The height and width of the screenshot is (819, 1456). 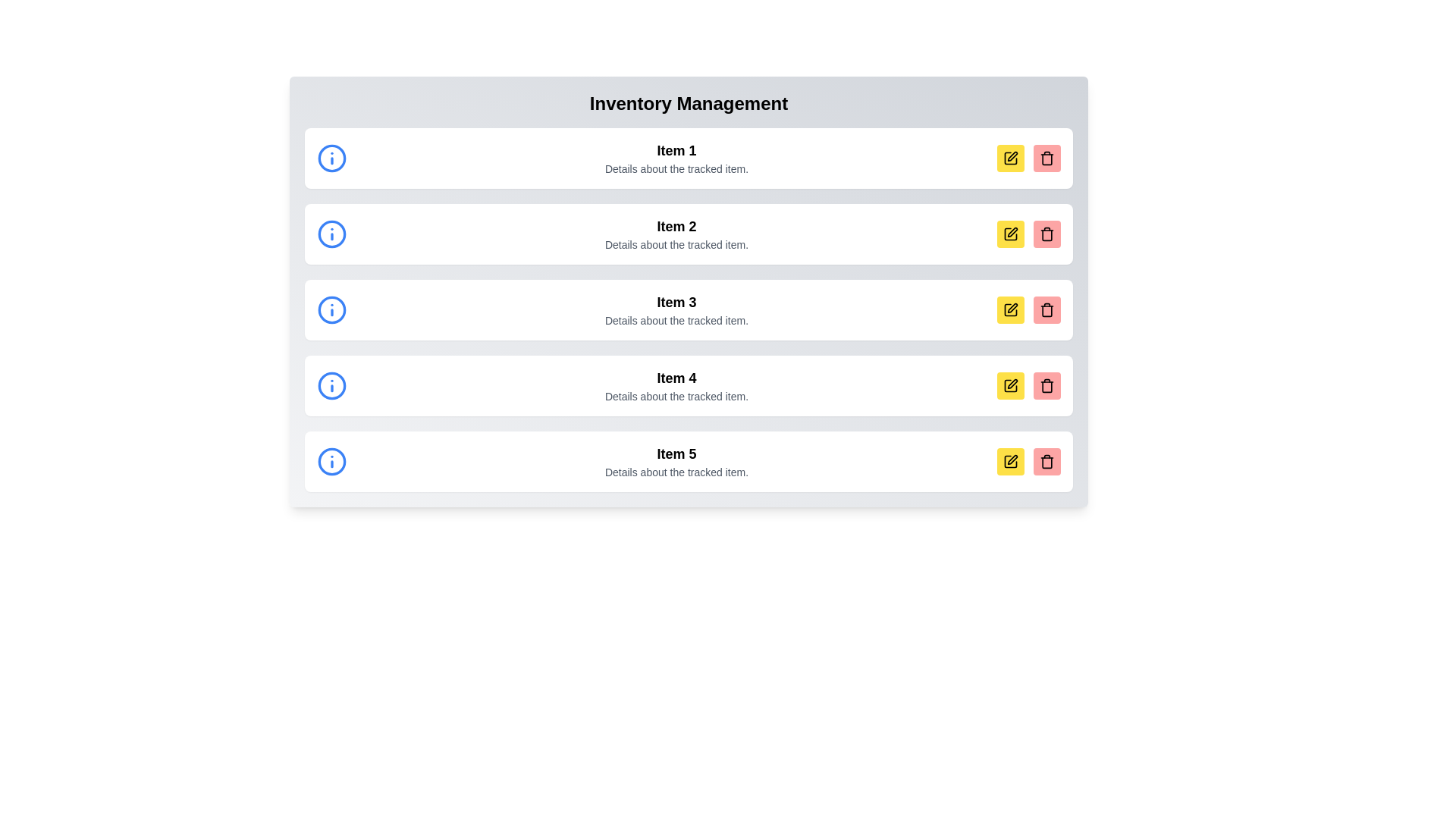 I want to click on the red button with a trash icon located at the rightmost end of the row associated with 'Item 5', so click(x=1046, y=461).